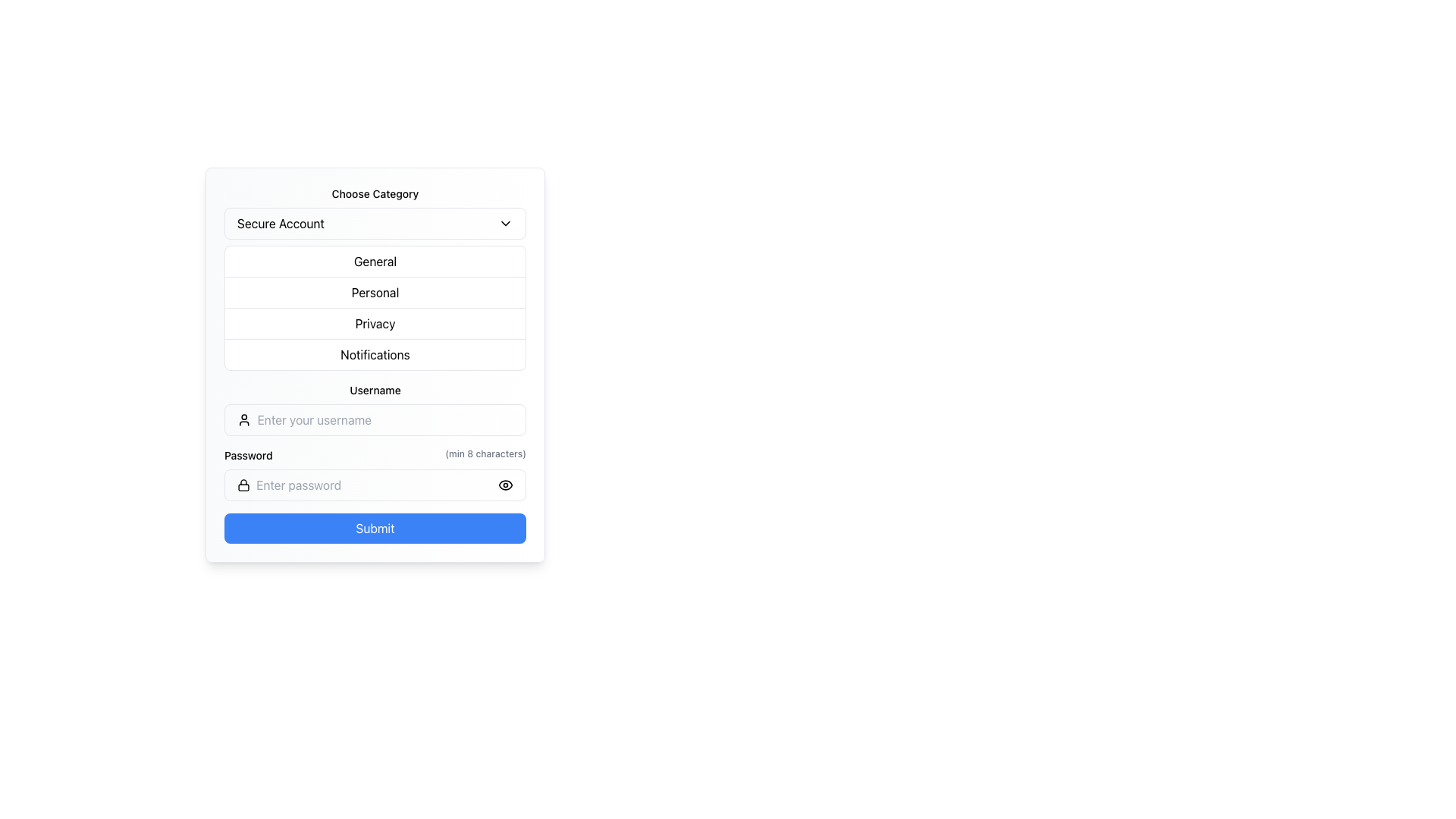  I want to click on the 'Privacy' button, which is the third button in a vertical list of four buttons, so click(375, 322).